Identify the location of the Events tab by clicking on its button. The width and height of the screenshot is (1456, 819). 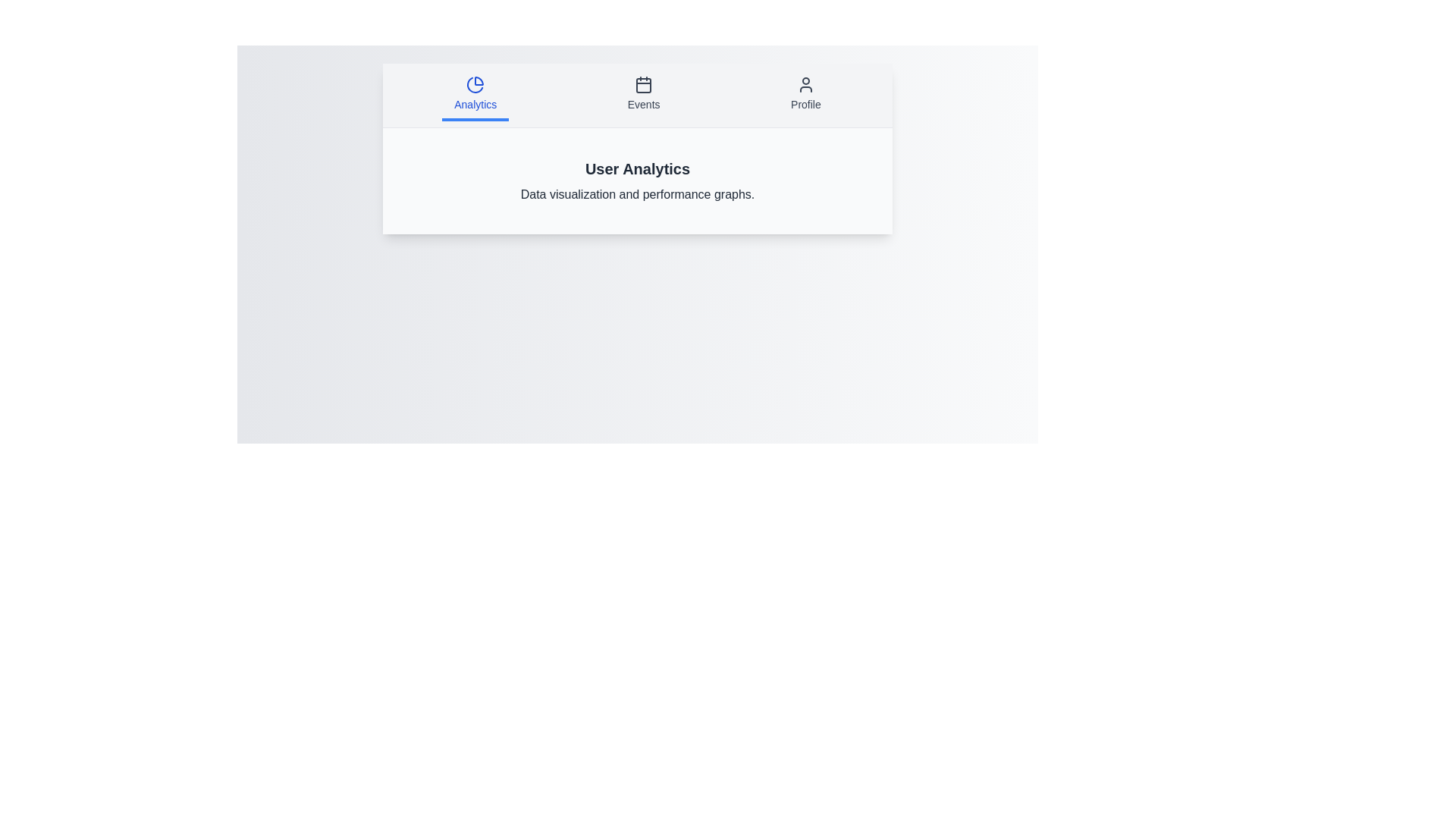
(644, 96).